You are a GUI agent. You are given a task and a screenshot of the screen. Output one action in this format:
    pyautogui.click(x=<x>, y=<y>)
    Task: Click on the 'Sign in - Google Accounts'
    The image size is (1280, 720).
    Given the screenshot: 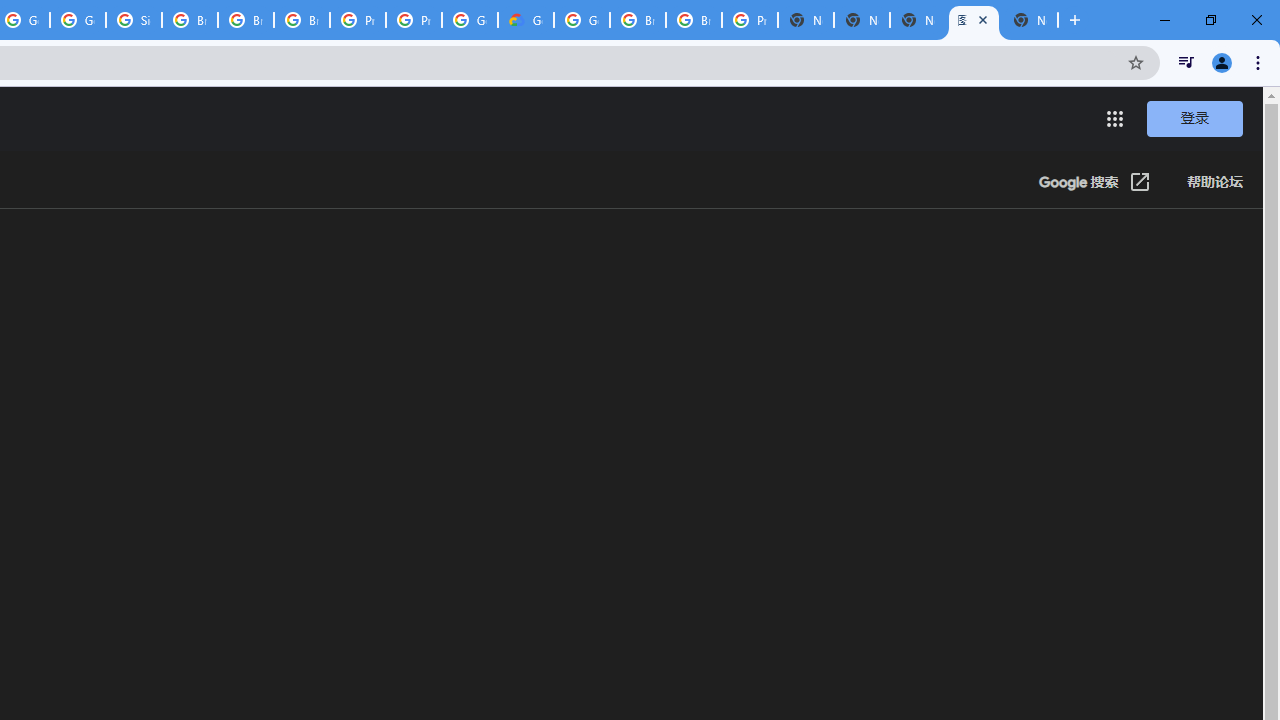 What is the action you would take?
    pyautogui.click(x=133, y=20)
    